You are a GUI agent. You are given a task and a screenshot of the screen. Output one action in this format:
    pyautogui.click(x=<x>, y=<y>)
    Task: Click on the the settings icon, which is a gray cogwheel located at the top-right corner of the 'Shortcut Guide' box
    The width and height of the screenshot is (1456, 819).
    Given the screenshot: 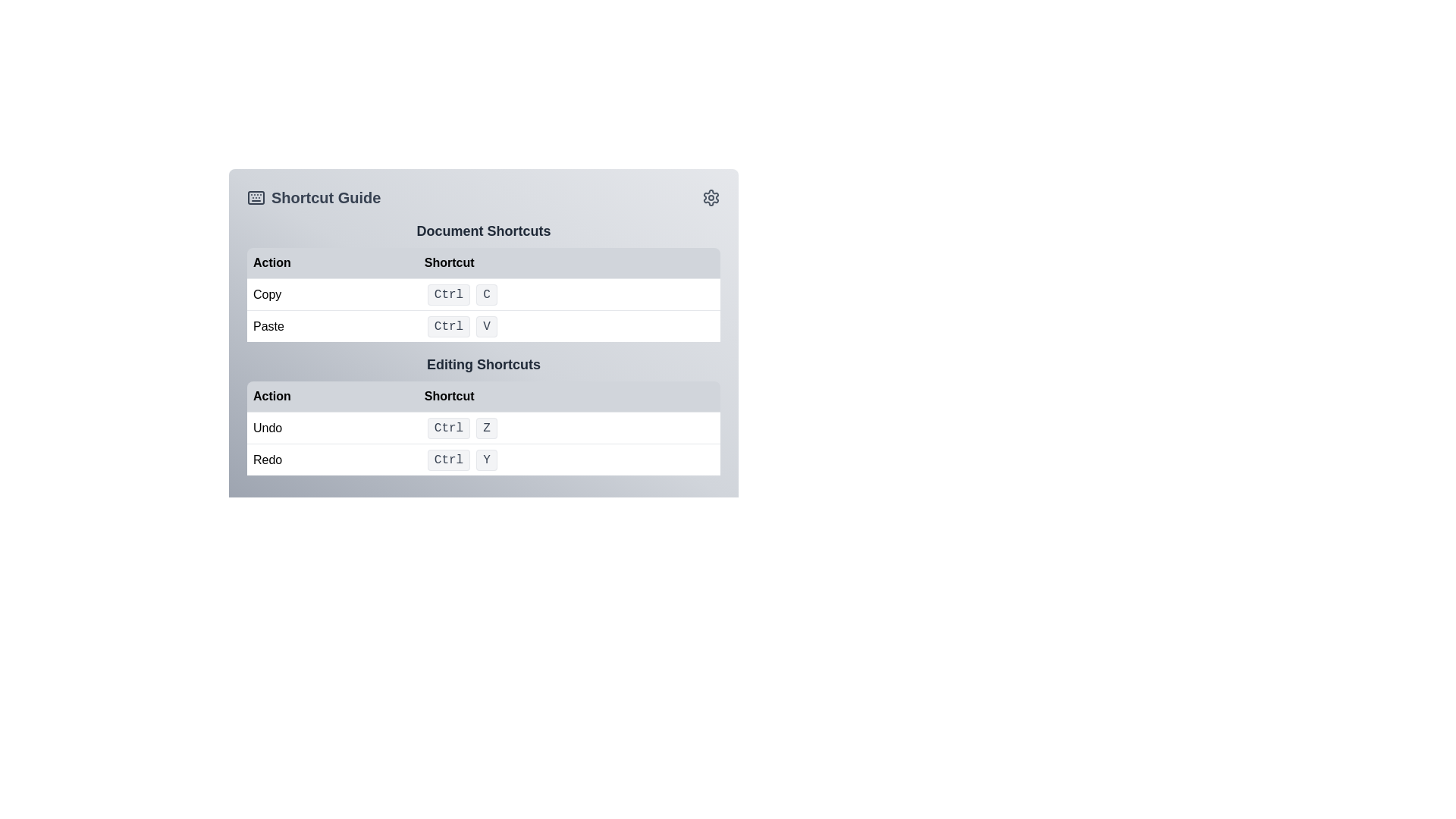 What is the action you would take?
    pyautogui.click(x=710, y=197)
    